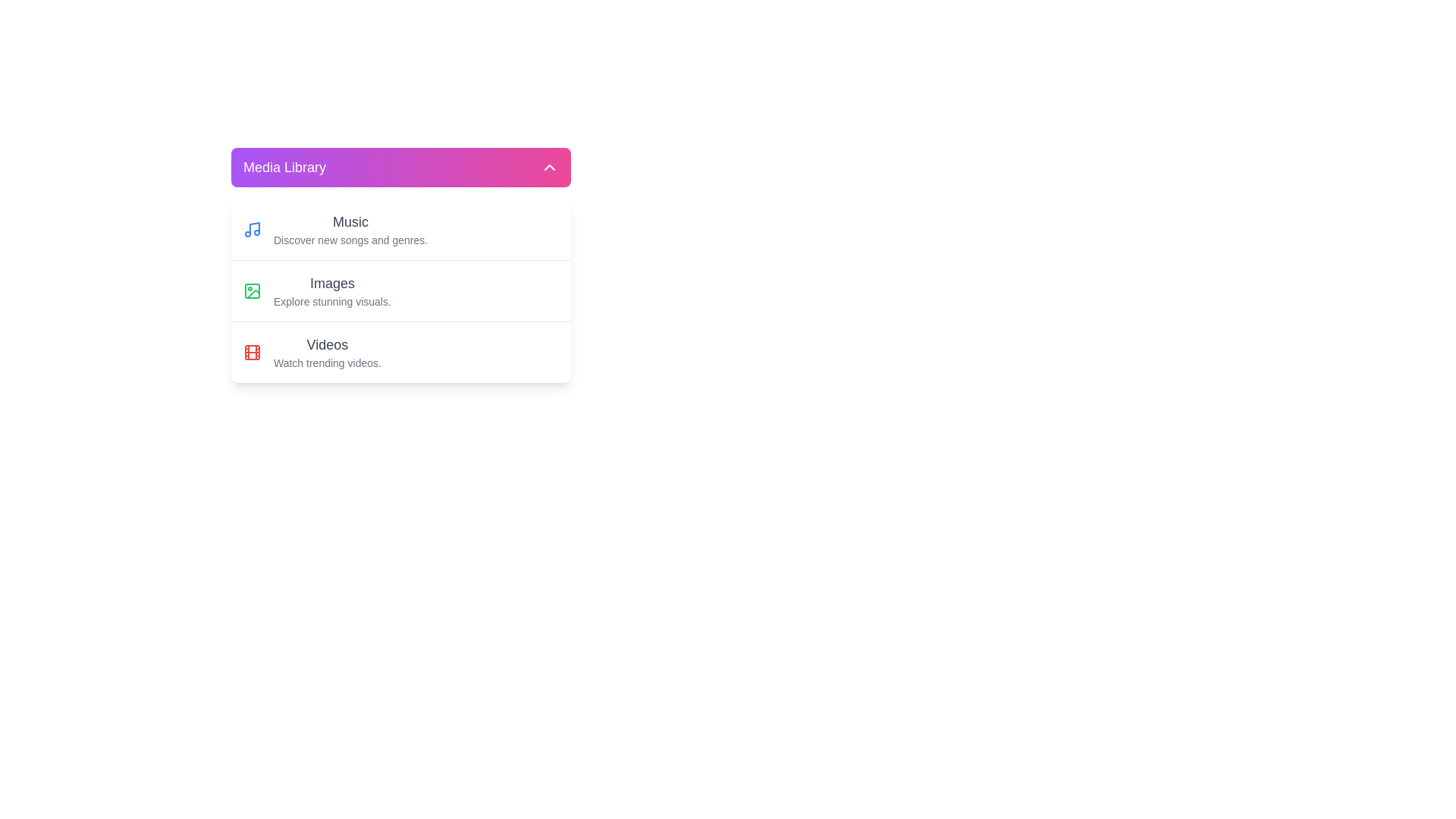 This screenshot has height=819, width=1456. I want to click on the 'Images' text block, which features a bold heading and a subheading, located in the 'Media Library' section between 'Music' and 'Videos', so click(331, 291).